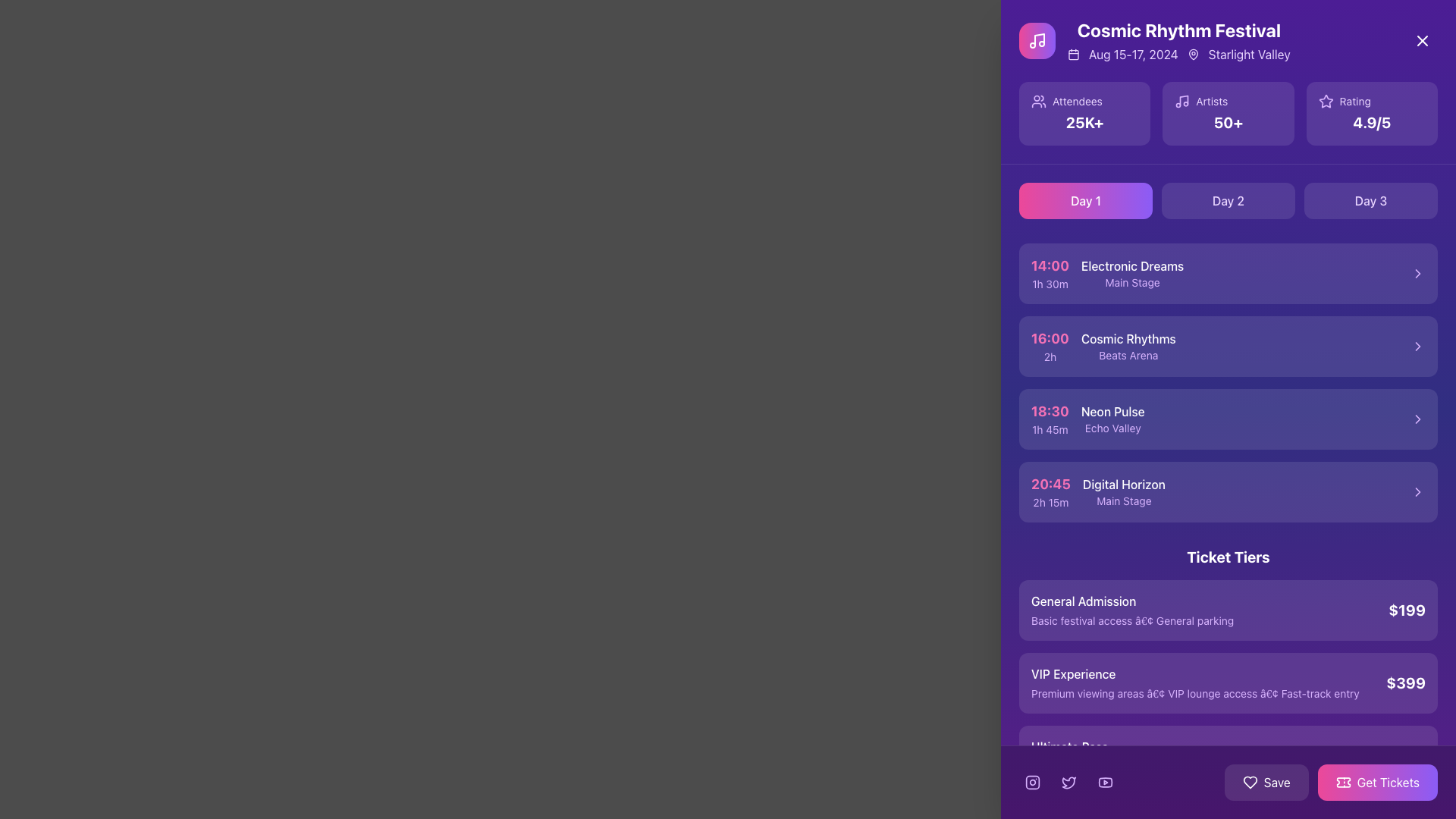  What do you see at coordinates (1037, 102) in the screenshot?
I see `the attendees icon located in the 'Attendees' section, positioned to the left of the textual representation of the number of attendees` at bounding box center [1037, 102].